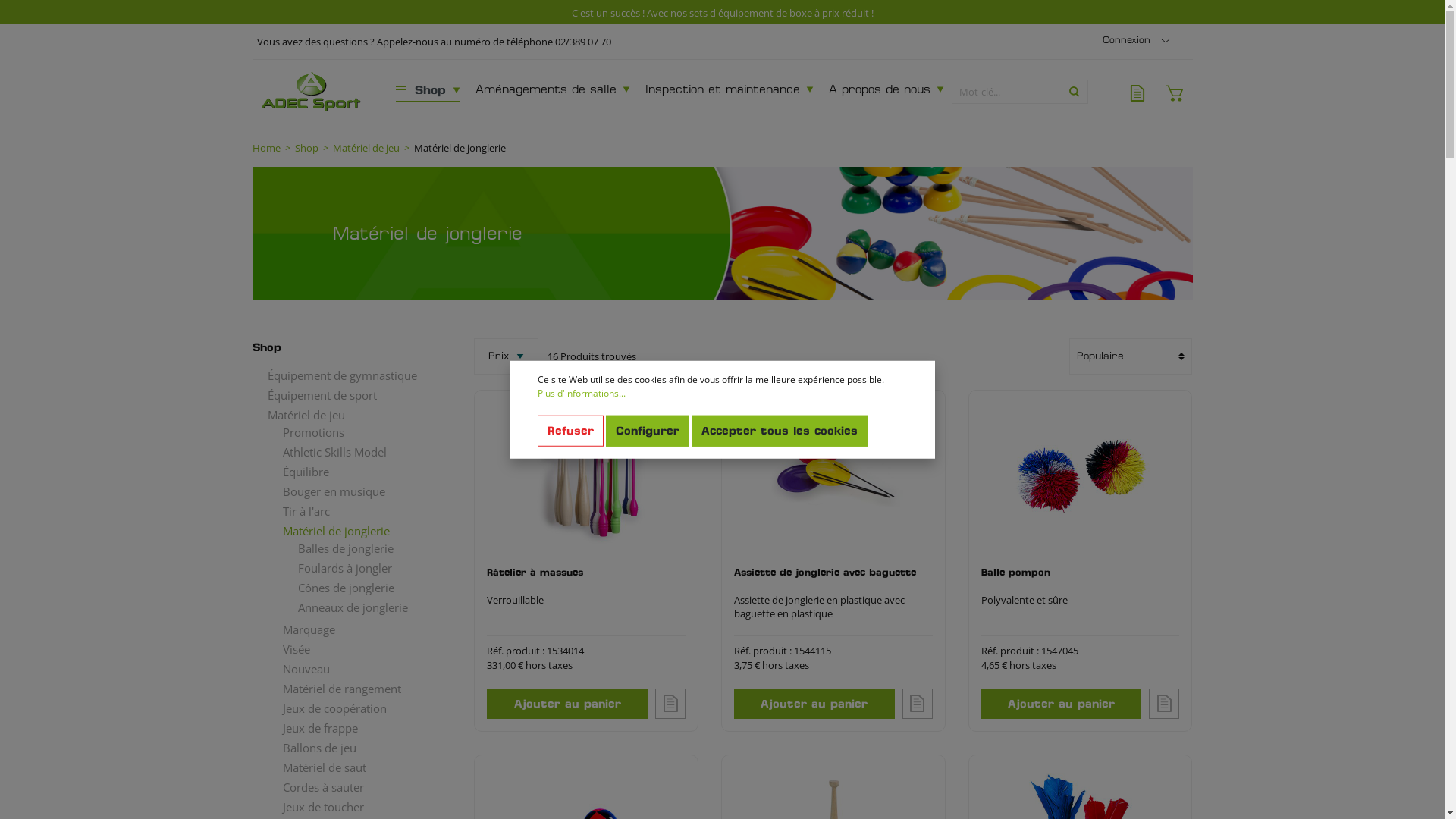 This screenshot has width=1456, height=819. What do you see at coordinates (833, 579) in the screenshot?
I see `'Assiette de jonglerie avec baguette'` at bounding box center [833, 579].